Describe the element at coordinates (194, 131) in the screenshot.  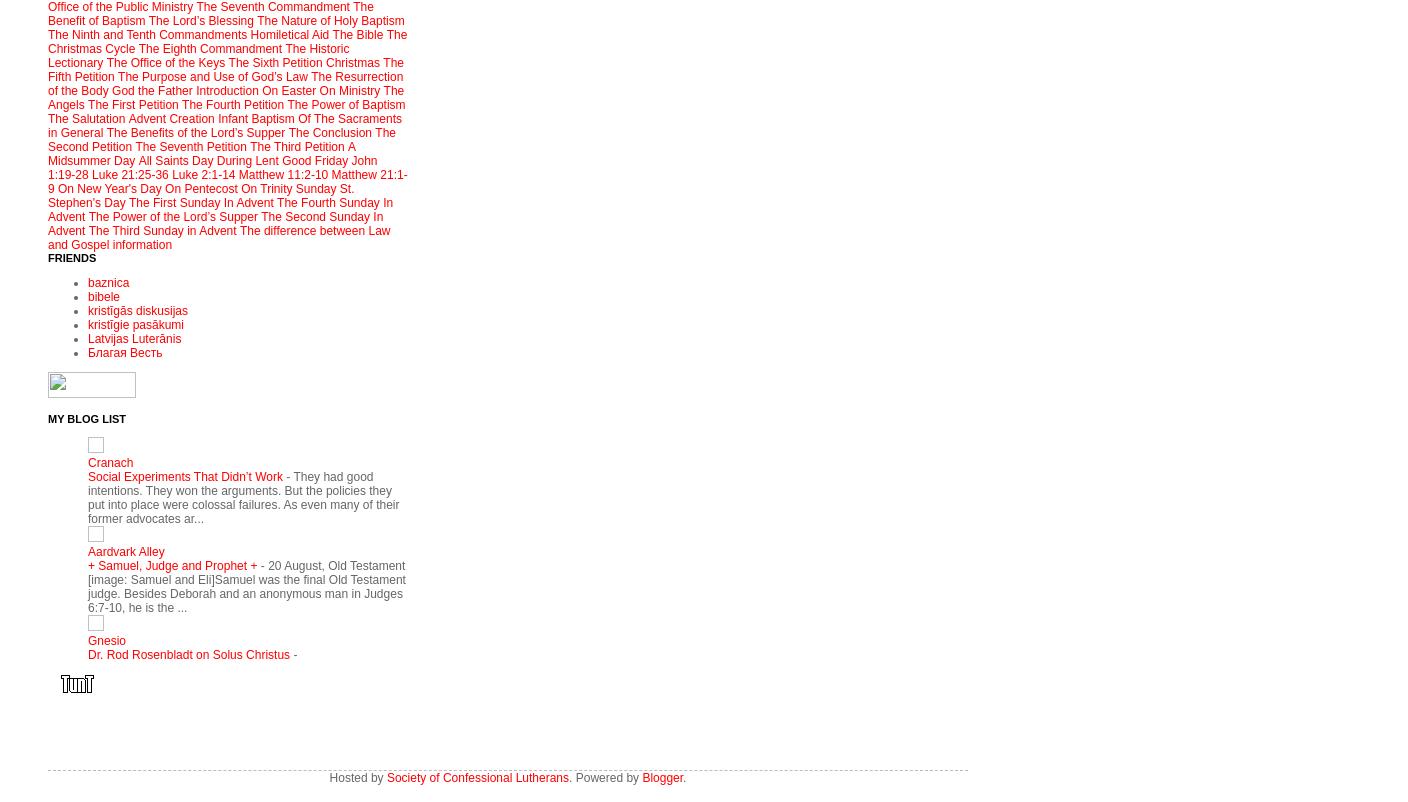
I see `'The Benefits of the Lord’s Supper'` at that location.